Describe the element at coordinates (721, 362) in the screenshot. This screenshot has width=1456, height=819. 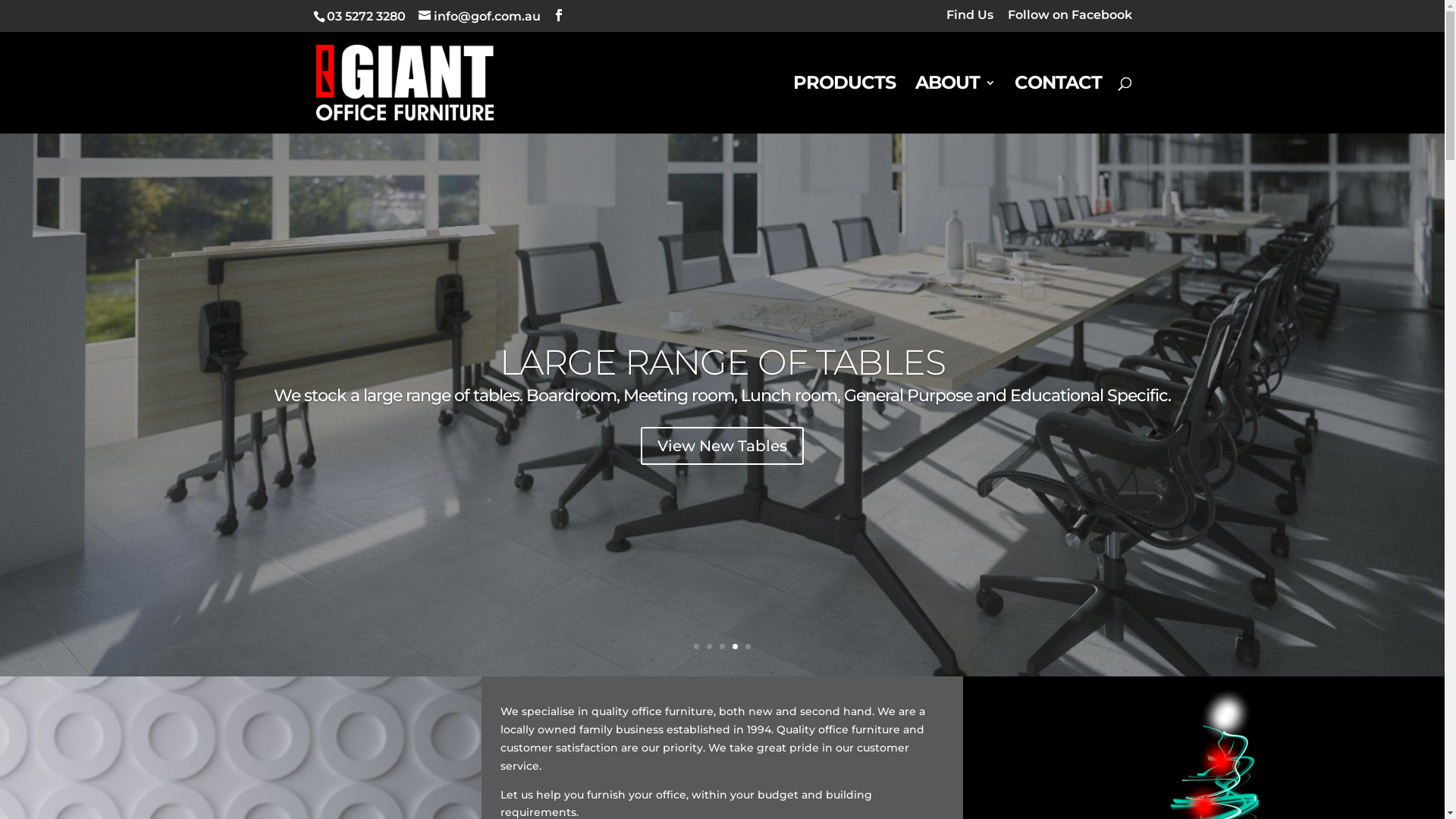
I see `'QUALITY INSTALLATION BY PROFESSIONALS'` at that location.